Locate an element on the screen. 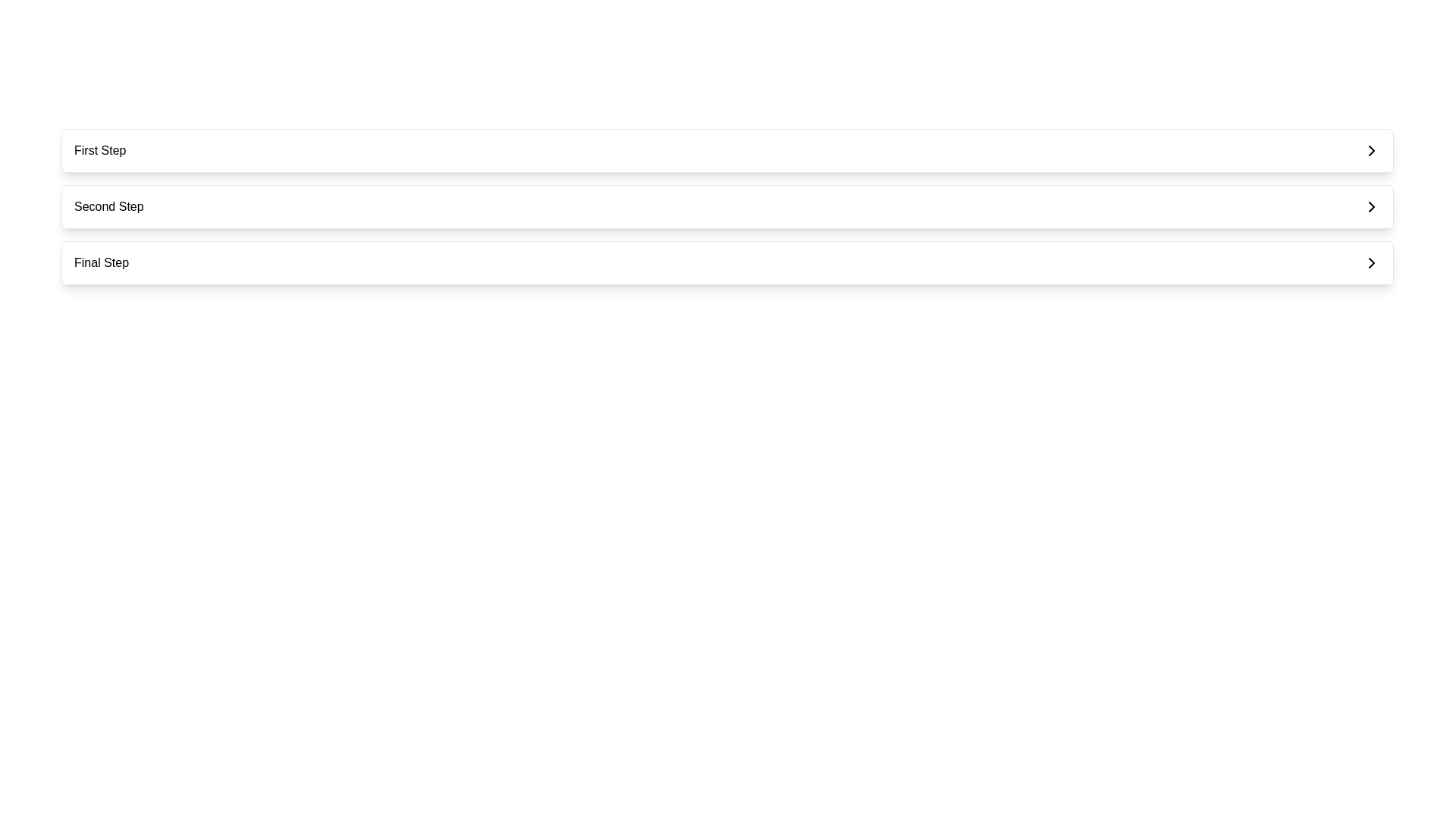  the third item in the clickable list to possibly reveal further details or options is located at coordinates (726, 262).